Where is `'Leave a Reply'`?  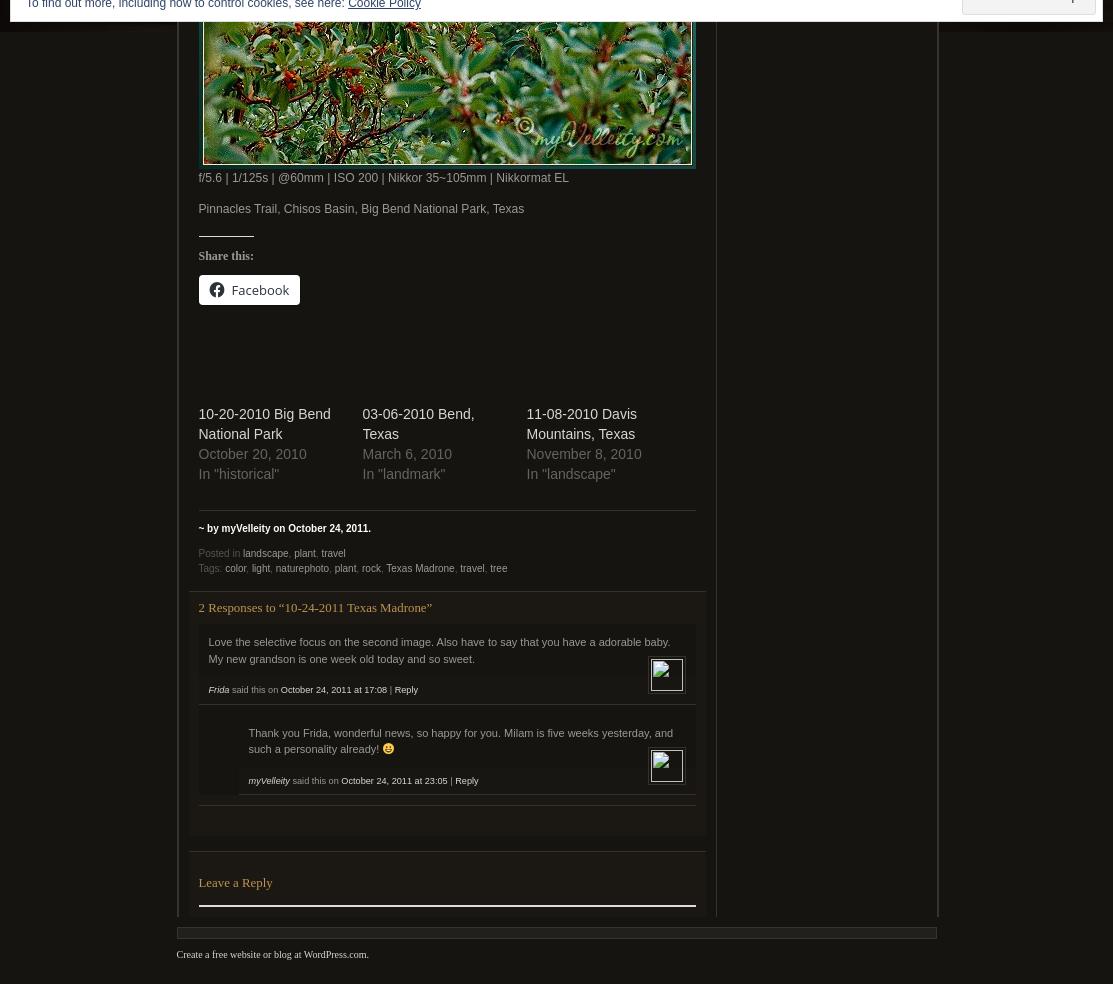
'Leave a Reply' is located at coordinates (234, 883).